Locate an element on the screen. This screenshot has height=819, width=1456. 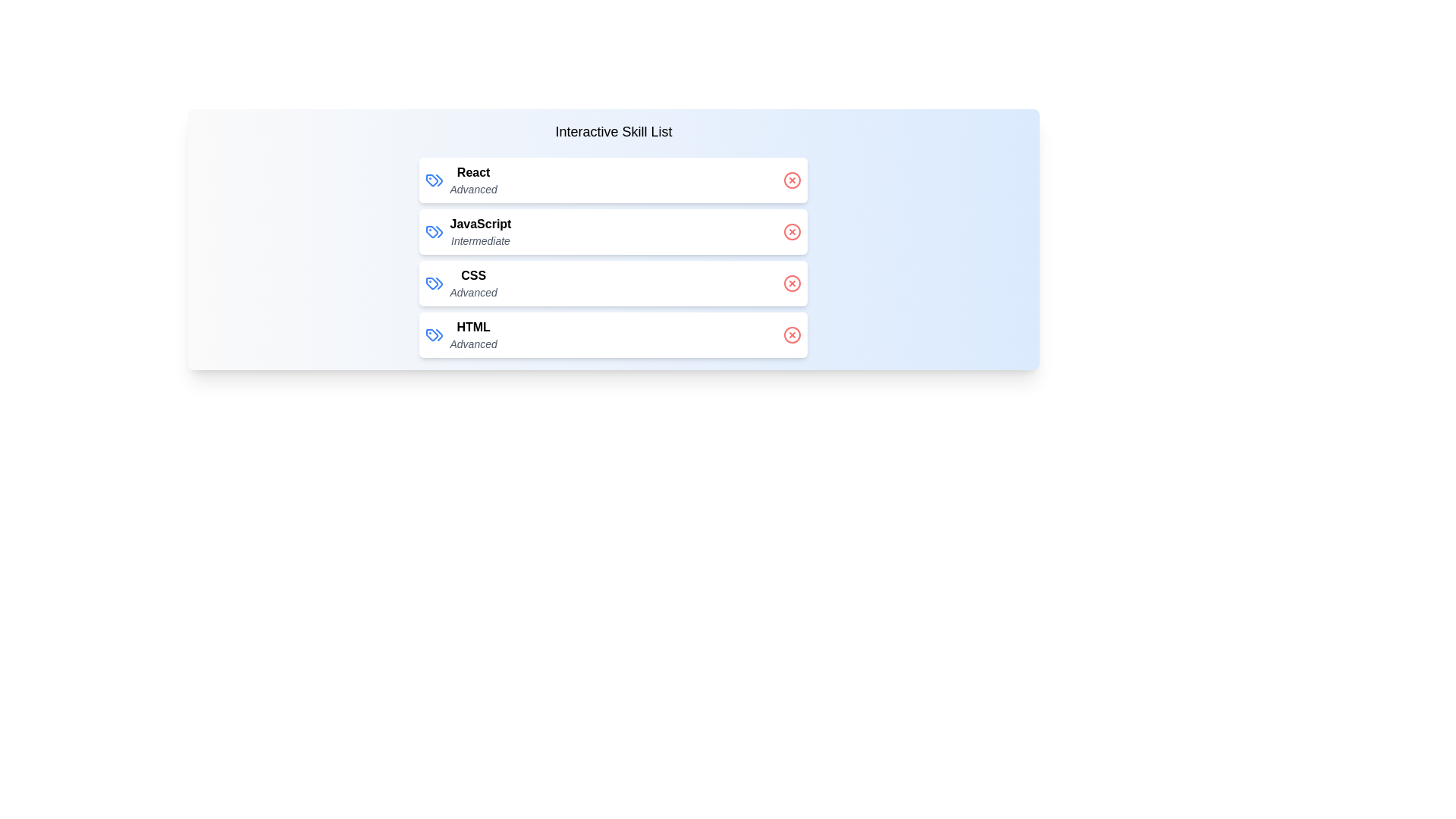
the delete button for the skill JavaScript is located at coordinates (792, 231).